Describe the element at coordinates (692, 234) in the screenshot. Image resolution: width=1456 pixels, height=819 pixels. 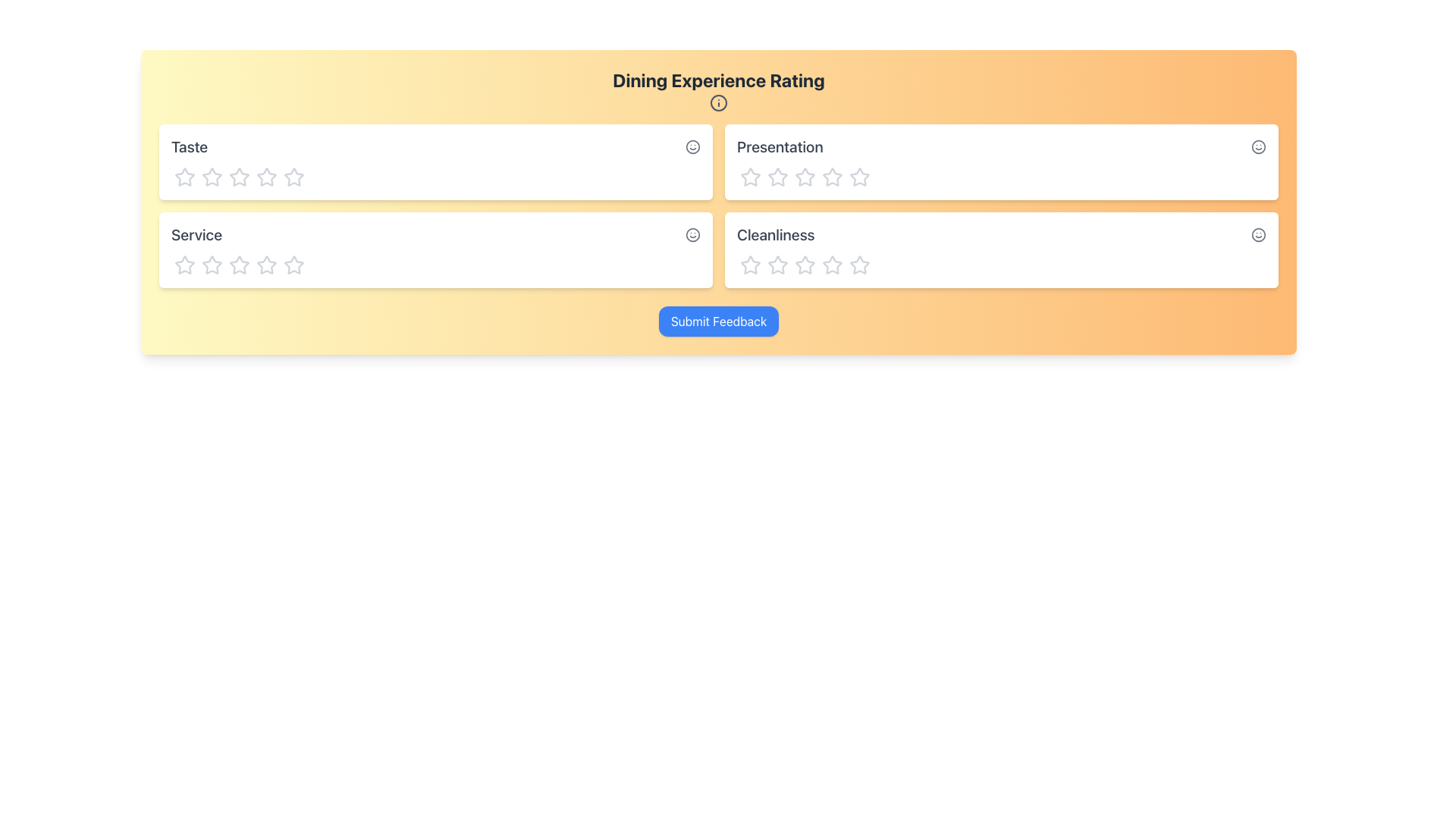
I see `the decorative icon located at the far-right end of the 'Service' section, aligned with the 'Service' text and star rating interface below it` at that location.